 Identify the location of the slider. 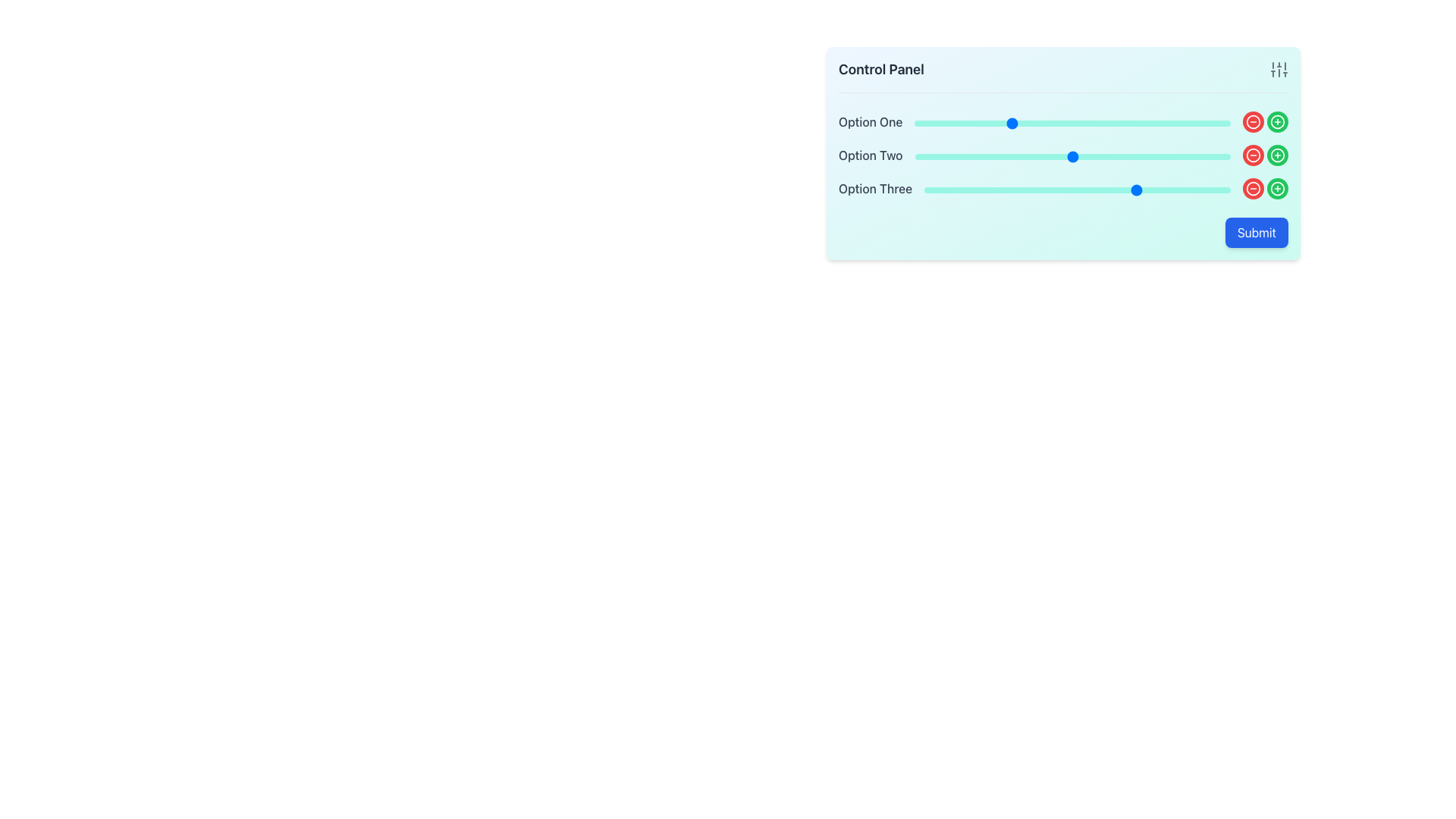
(1078, 122).